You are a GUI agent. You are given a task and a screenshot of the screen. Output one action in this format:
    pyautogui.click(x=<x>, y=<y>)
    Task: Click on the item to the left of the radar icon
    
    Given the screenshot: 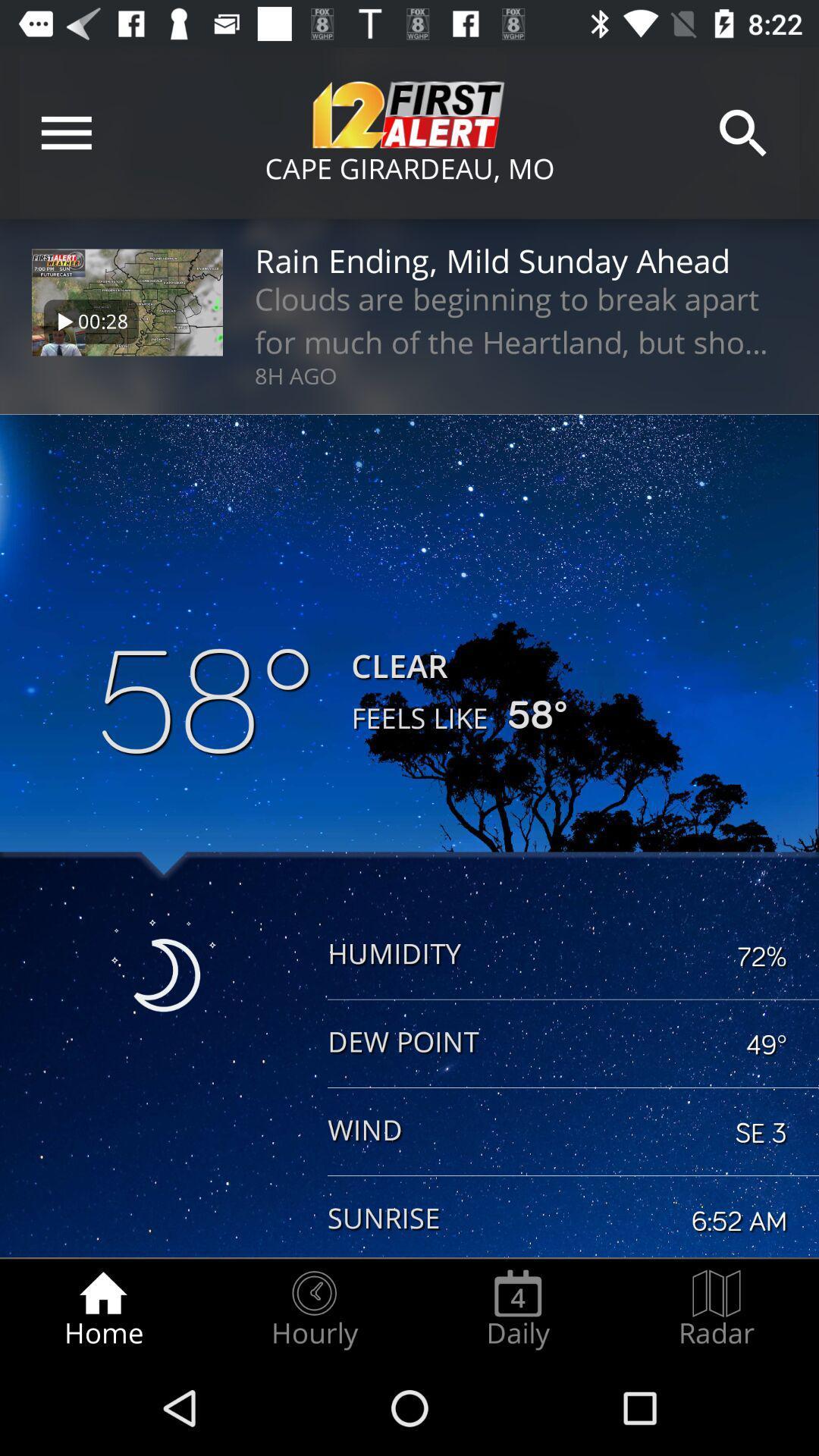 What is the action you would take?
    pyautogui.click(x=517, y=1309)
    